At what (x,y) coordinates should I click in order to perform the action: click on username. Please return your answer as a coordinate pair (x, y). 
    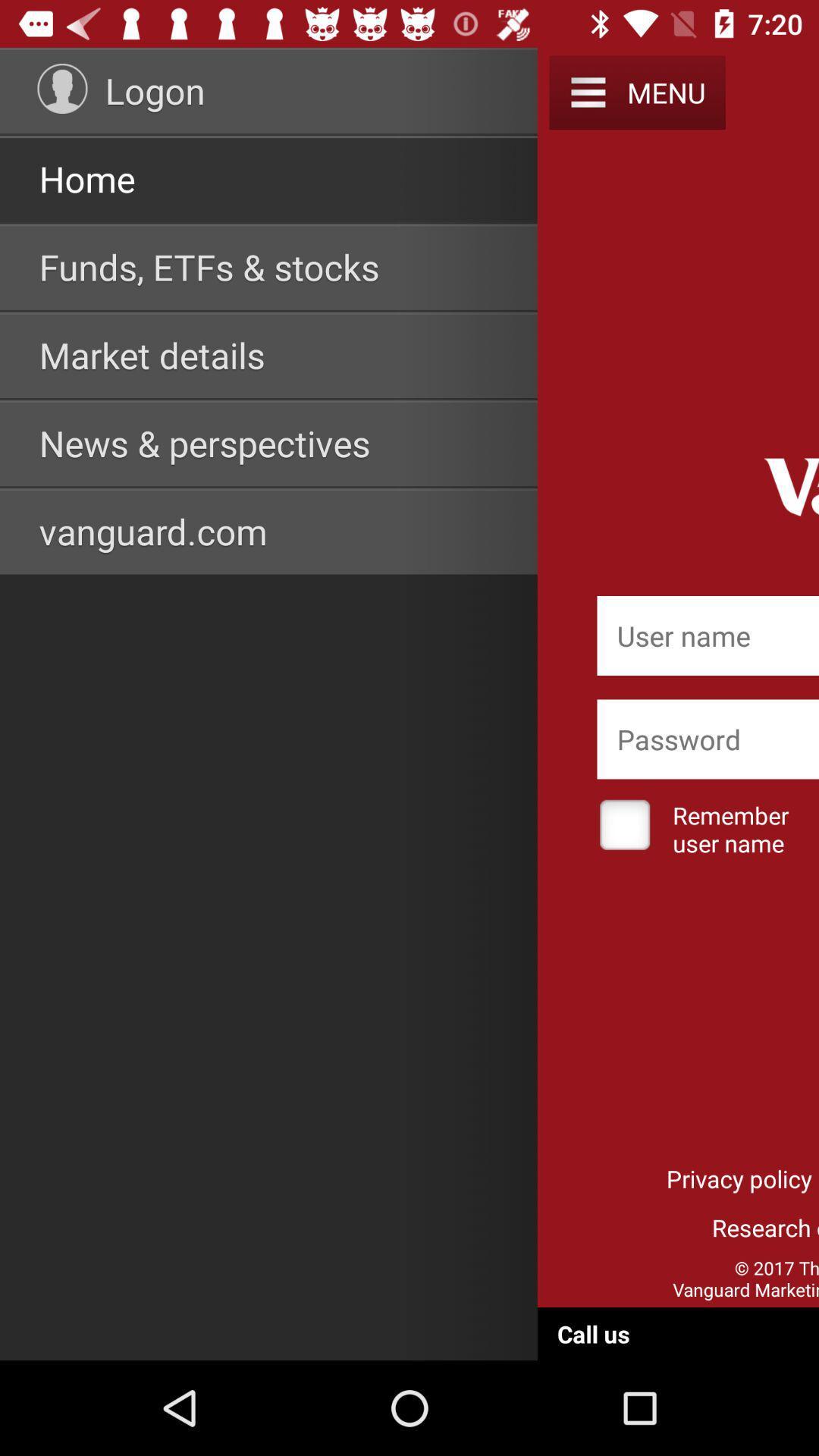
    Looking at the image, I should click on (708, 635).